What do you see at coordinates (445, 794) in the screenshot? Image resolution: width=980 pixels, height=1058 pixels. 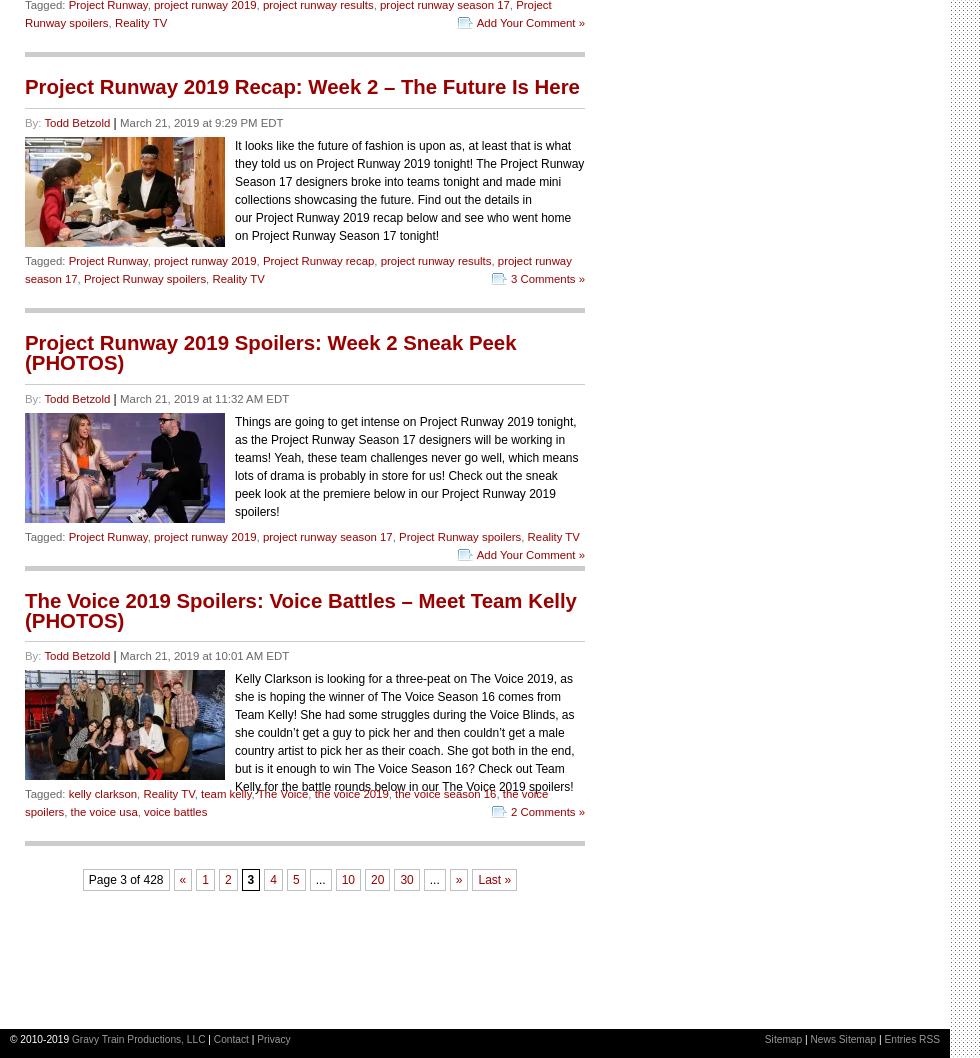 I see `'the voice season 16'` at bounding box center [445, 794].